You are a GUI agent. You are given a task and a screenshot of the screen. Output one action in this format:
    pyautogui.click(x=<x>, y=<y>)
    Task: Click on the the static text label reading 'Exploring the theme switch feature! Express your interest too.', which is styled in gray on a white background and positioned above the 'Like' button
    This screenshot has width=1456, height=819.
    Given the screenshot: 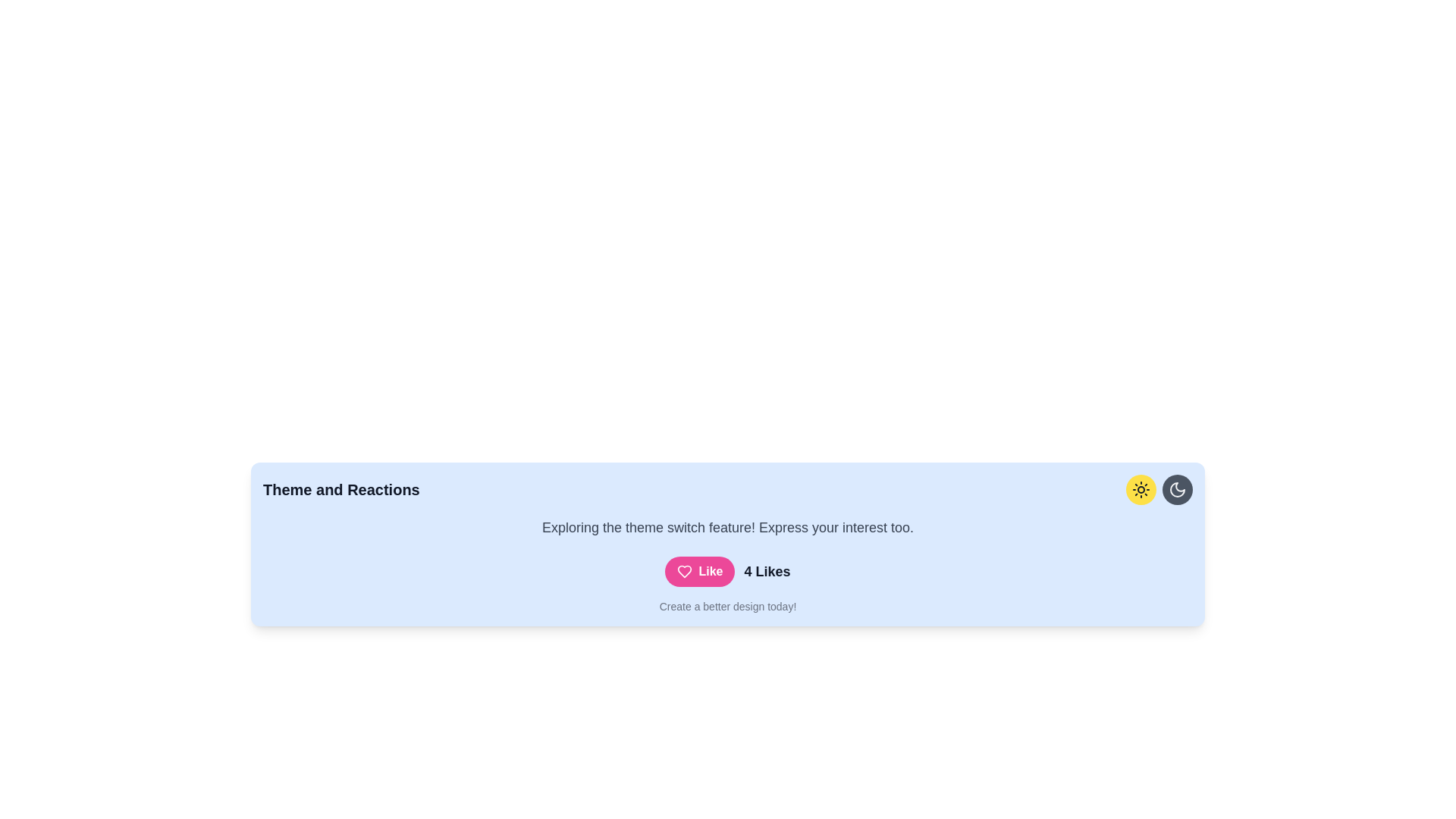 What is the action you would take?
    pyautogui.click(x=728, y=526)
    